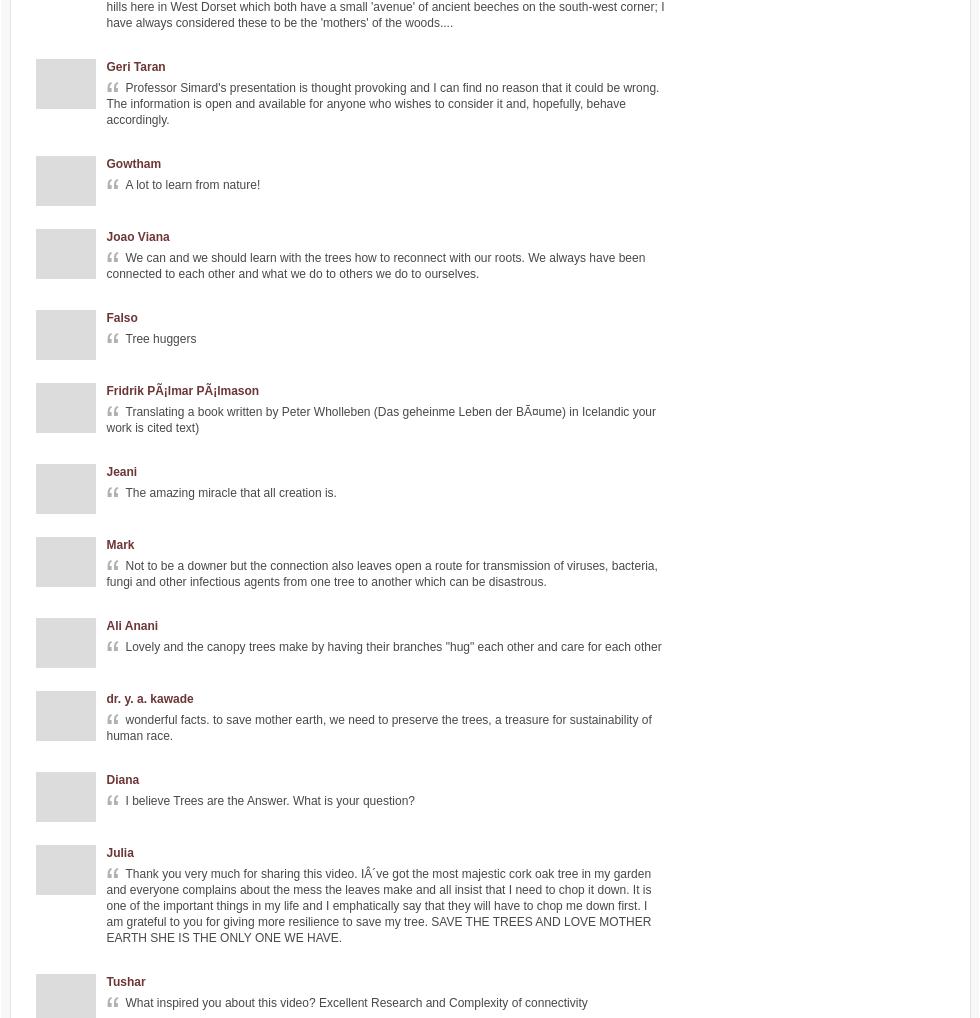  What do you see at coordinates (125, 981) in the screenshot?
I see `'Tushar'` at bounding box center [125, 981].